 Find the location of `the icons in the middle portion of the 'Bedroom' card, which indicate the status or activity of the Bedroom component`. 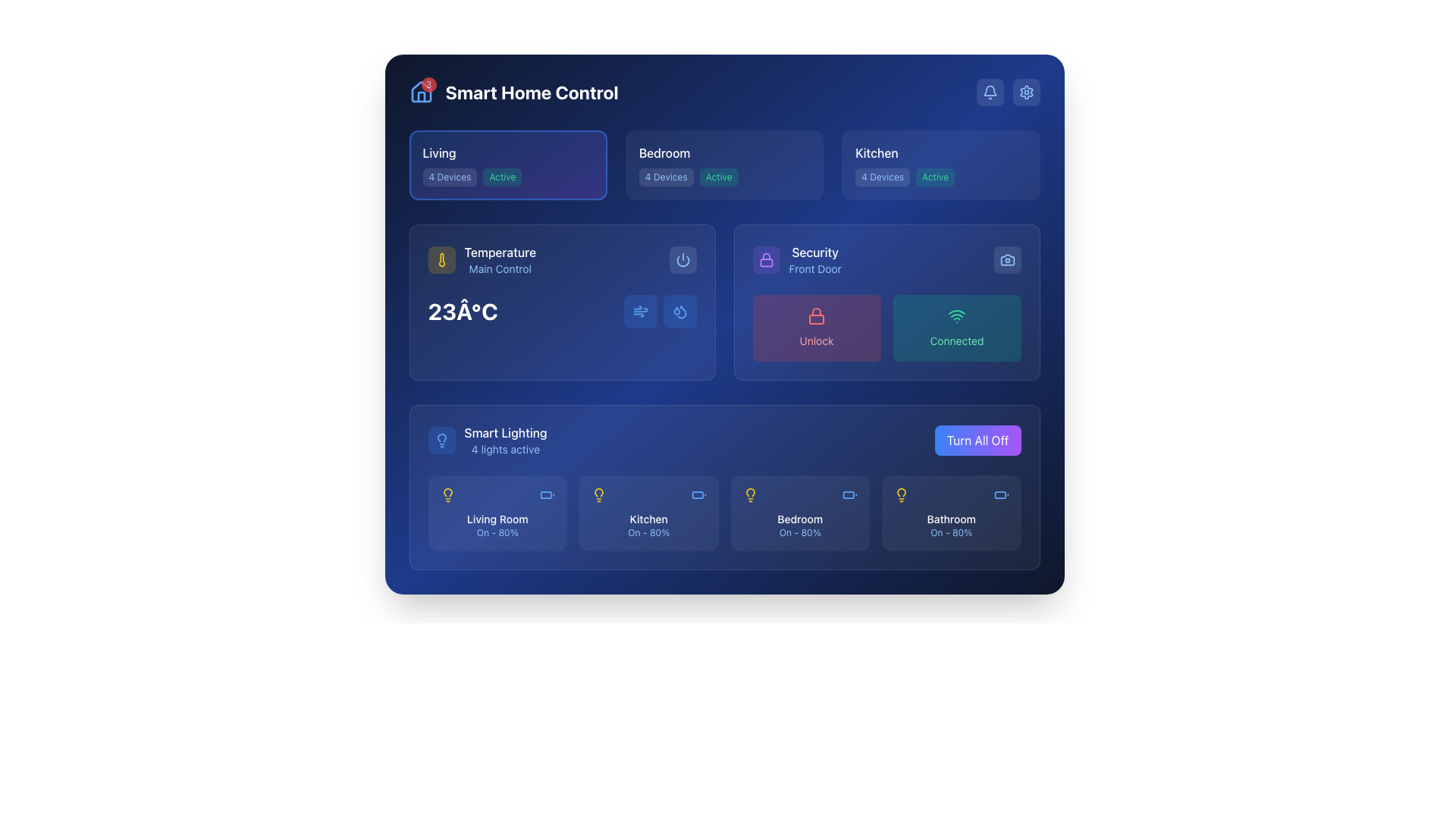

the icons in the middle portion of the 'Bedroom' card, which indicate the status or activity of the Bedroom component is located at coordinates (799, 494).